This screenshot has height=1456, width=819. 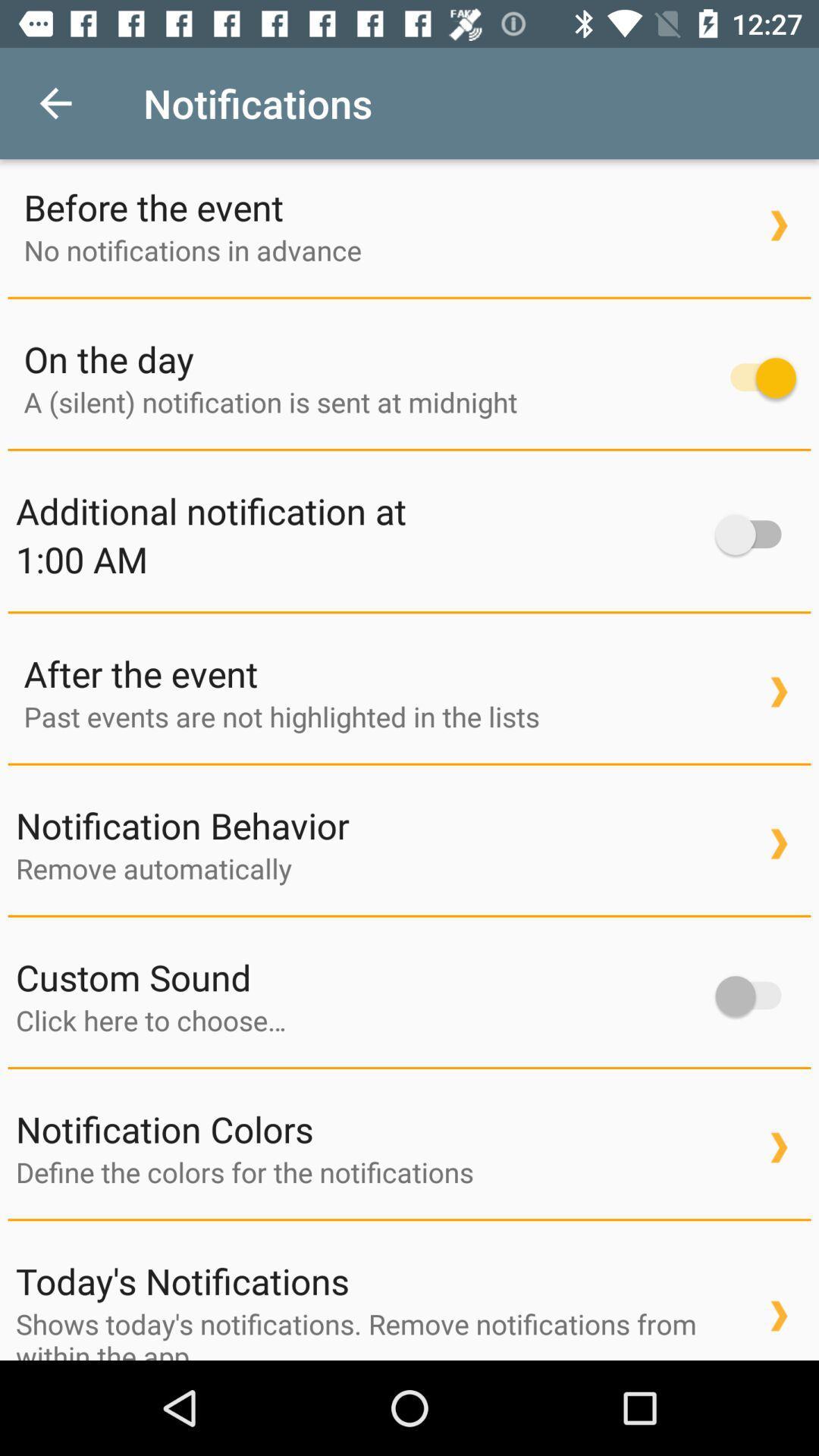 What do you see at coordinates (358, 1020) in the screenshot?
I see `choose custom sound` at bounding box center [358, 1020].